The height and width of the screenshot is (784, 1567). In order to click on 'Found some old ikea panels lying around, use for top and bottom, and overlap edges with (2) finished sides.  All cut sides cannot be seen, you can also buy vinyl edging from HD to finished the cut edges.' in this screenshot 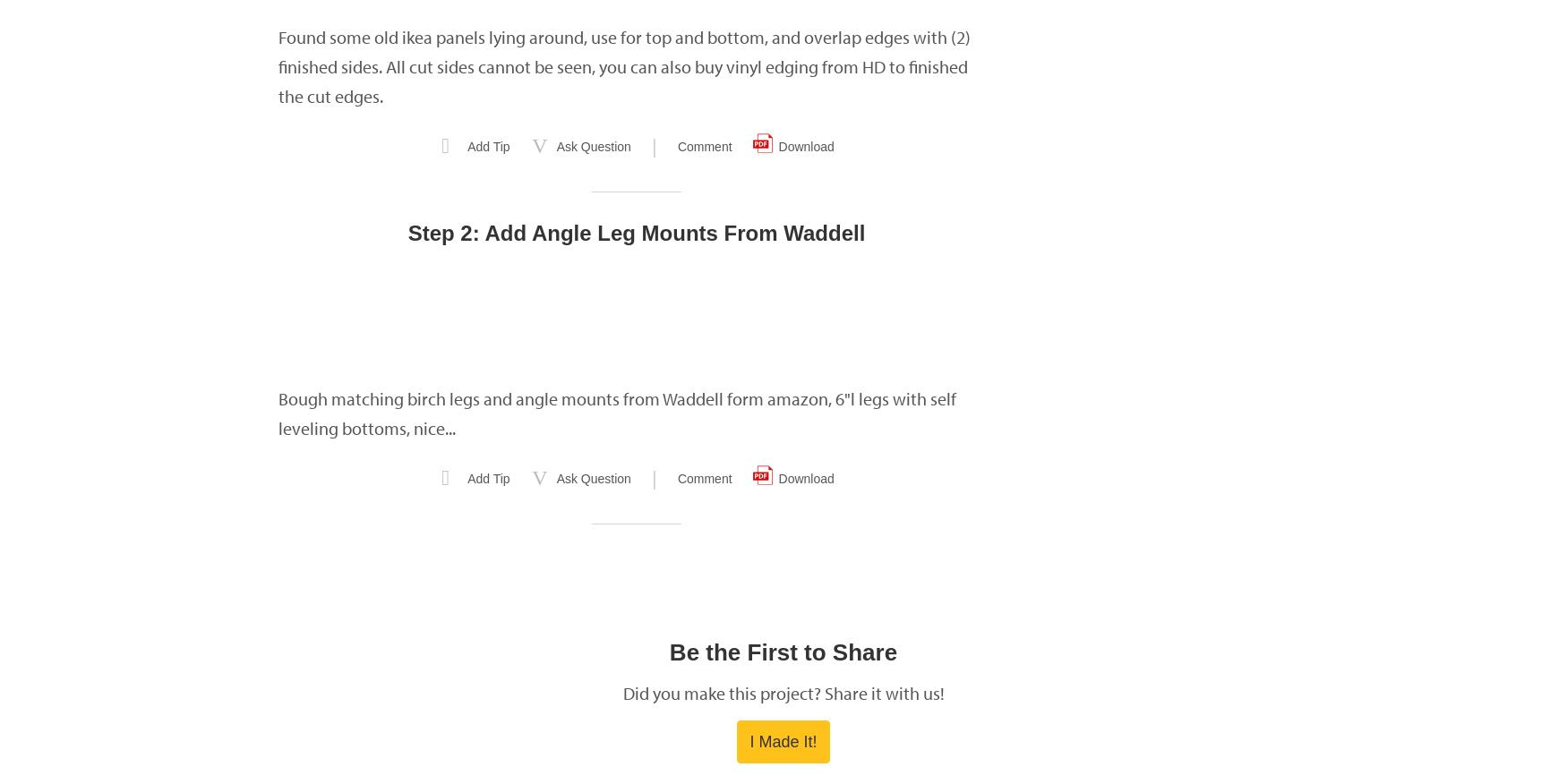, I will do `click(624, 66)`.